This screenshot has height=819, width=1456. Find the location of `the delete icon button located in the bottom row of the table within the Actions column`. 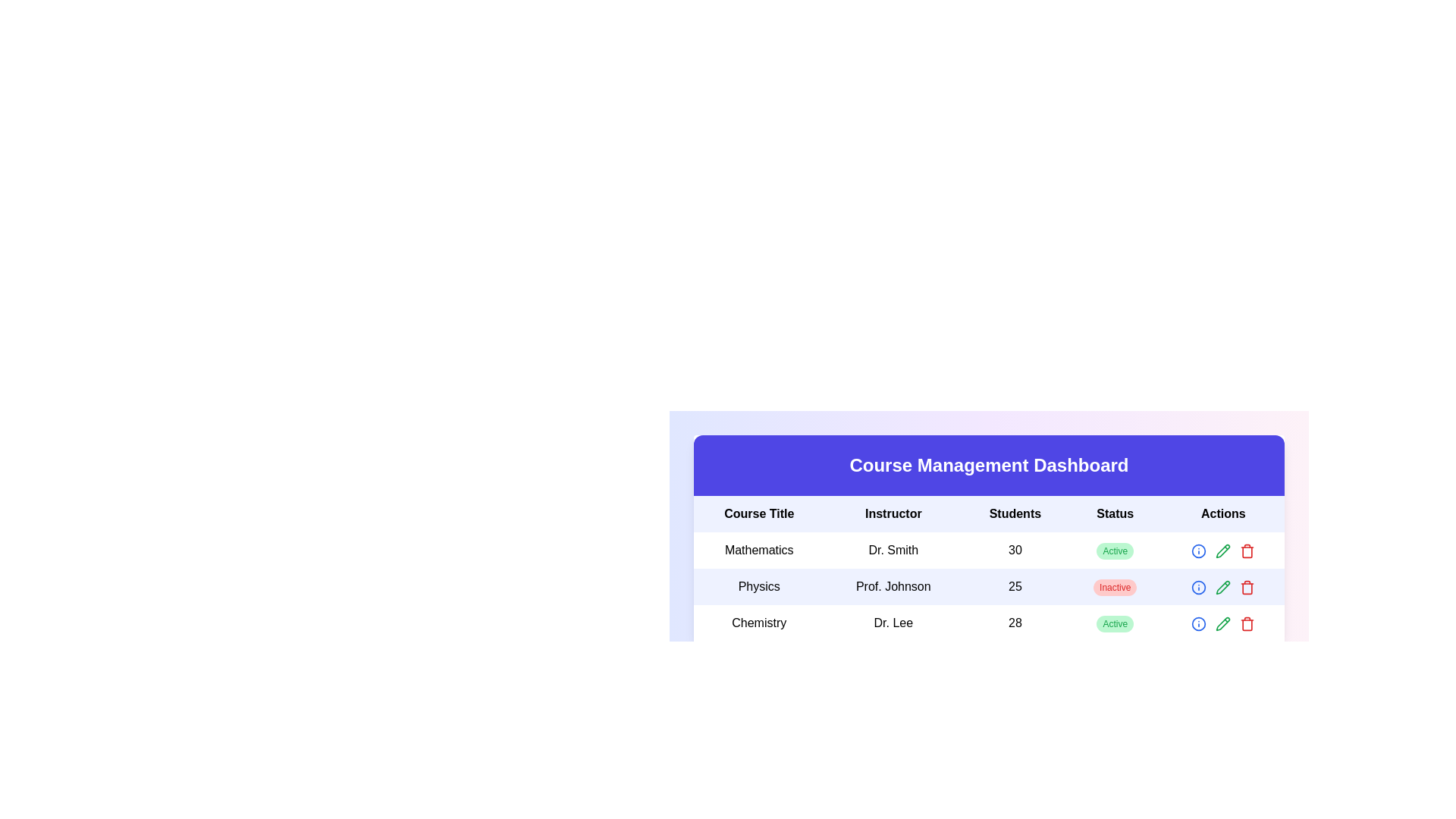

the delete icon button located in the bottom row of the table within the Actions column is located at coordinates (1247, 551).